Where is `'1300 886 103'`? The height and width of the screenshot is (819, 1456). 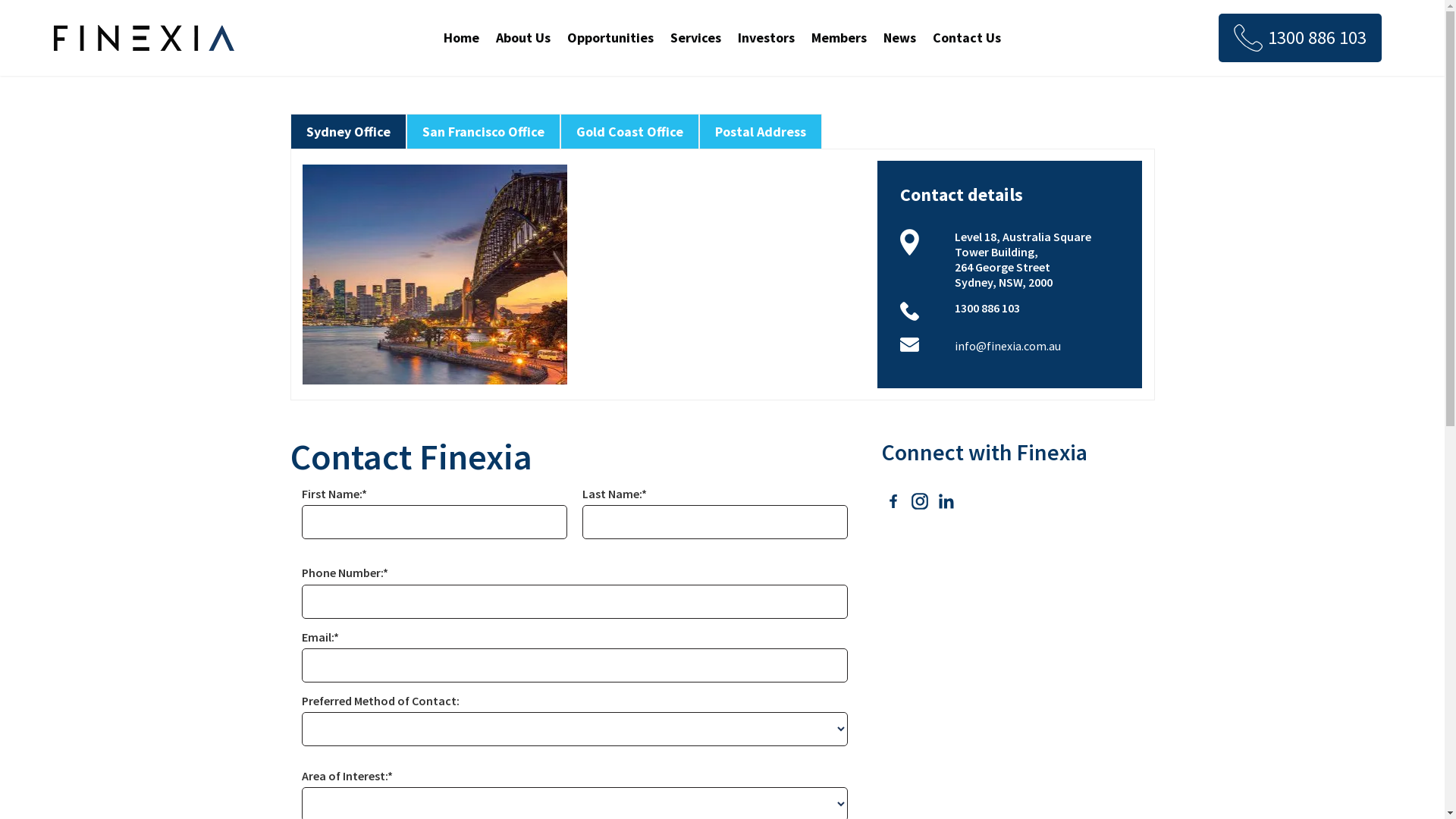 '1300 886 103' is located at coordinates (987, 307).